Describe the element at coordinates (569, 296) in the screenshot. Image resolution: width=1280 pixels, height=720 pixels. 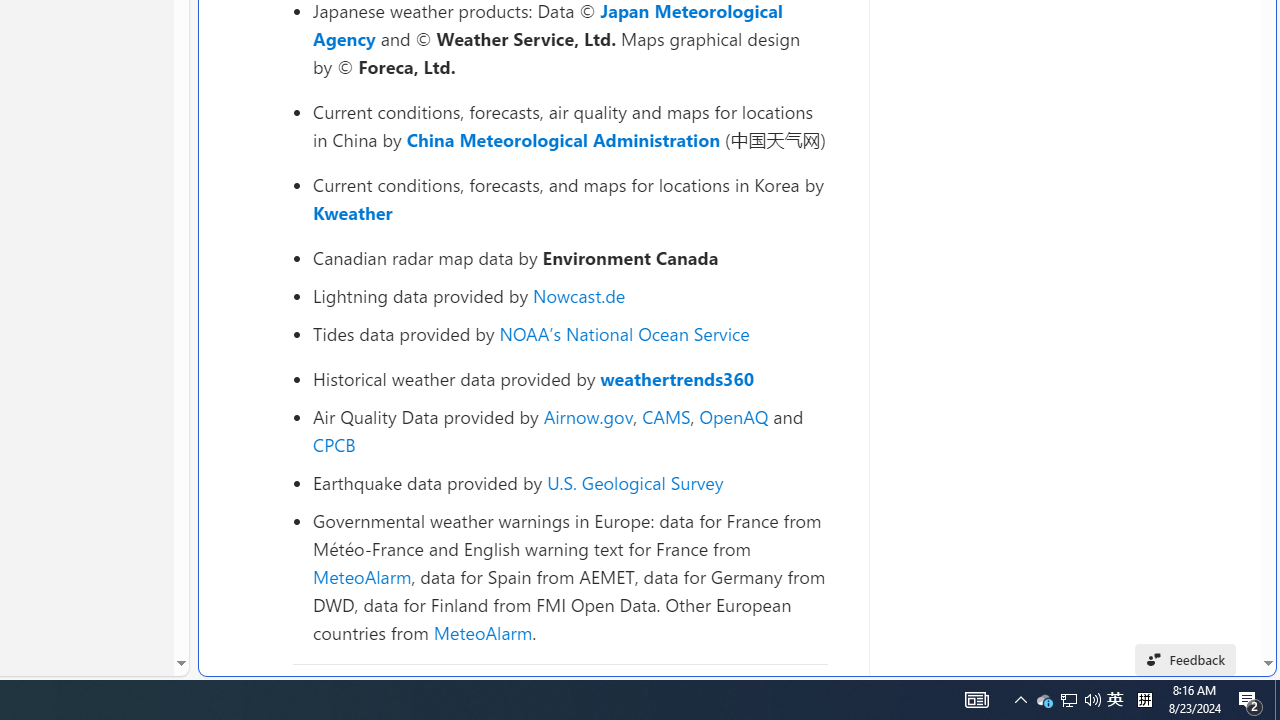
I see `'Lightning data provided by Nowcast.de'` at that location.